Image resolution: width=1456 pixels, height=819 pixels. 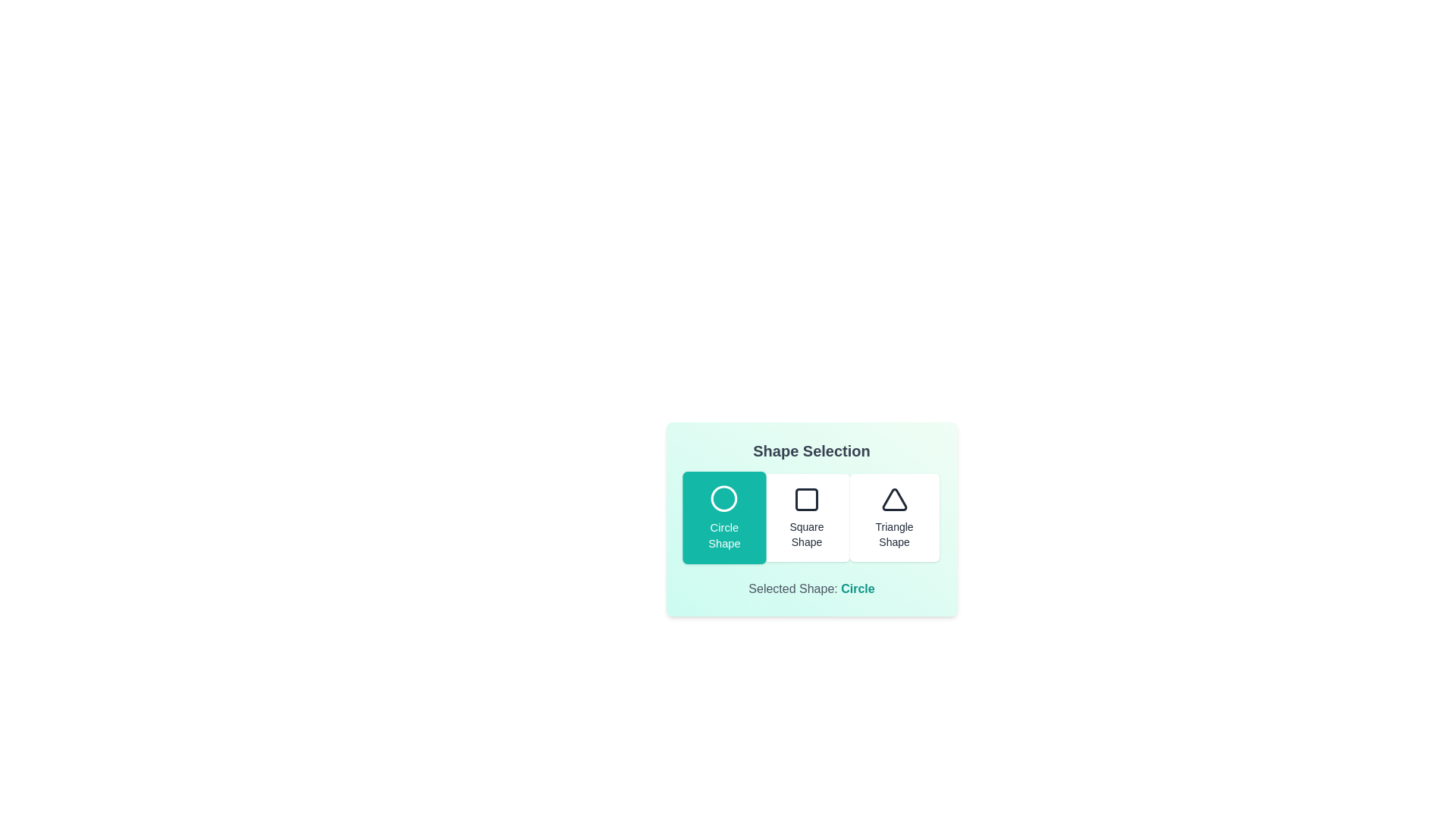 What do you see at coordinates (723, 516) in the screenshot?
I see `the circle button to observe its hover effect` at bounding box center [723, 516].